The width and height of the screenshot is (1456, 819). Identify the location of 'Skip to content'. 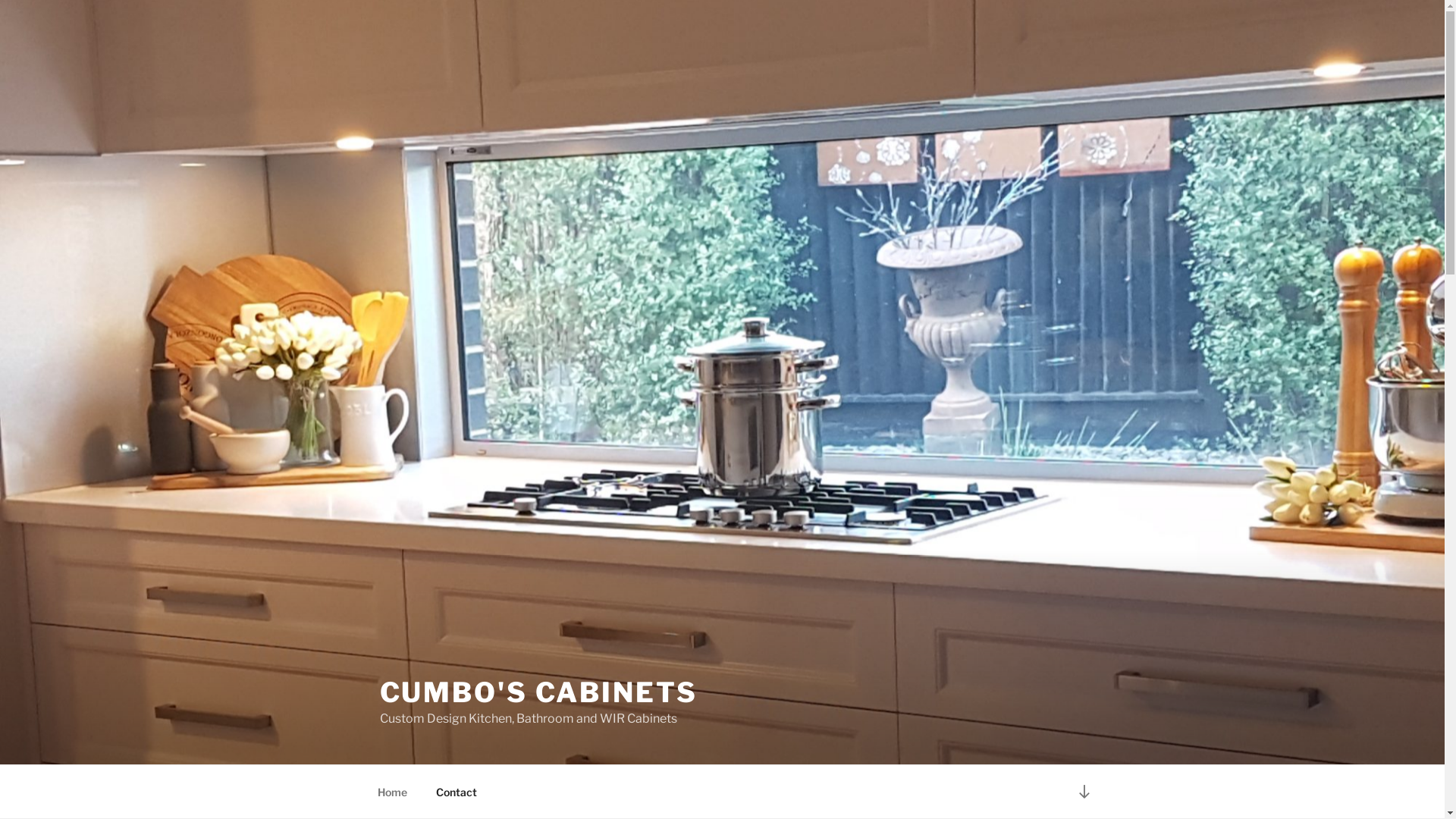
(0, 0).